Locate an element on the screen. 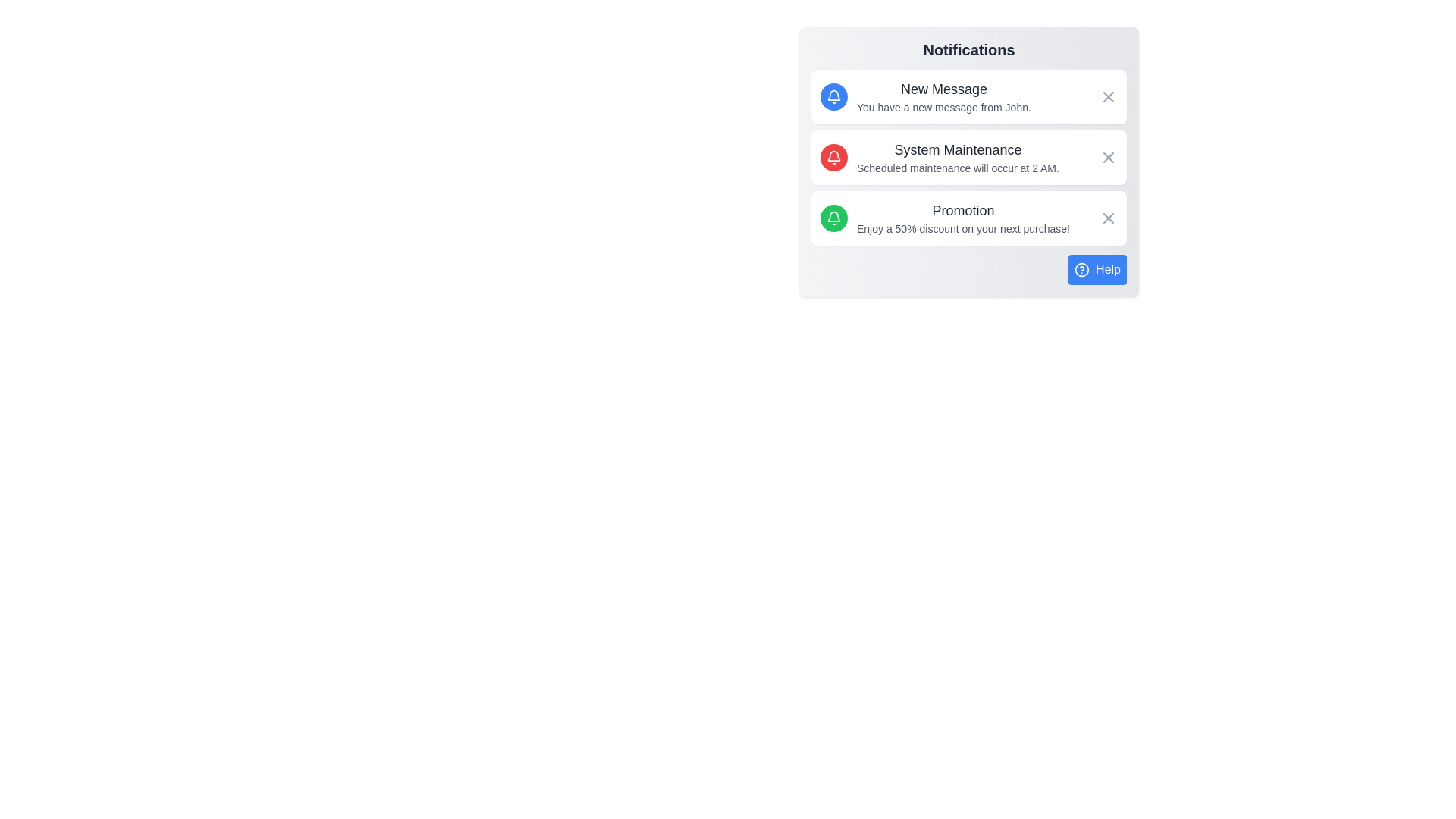 This screenshot has width=1456, height=819. the notification message element displaying 'New Message' from 'John' in the Notifications panel is located at coordinates (943, 96).